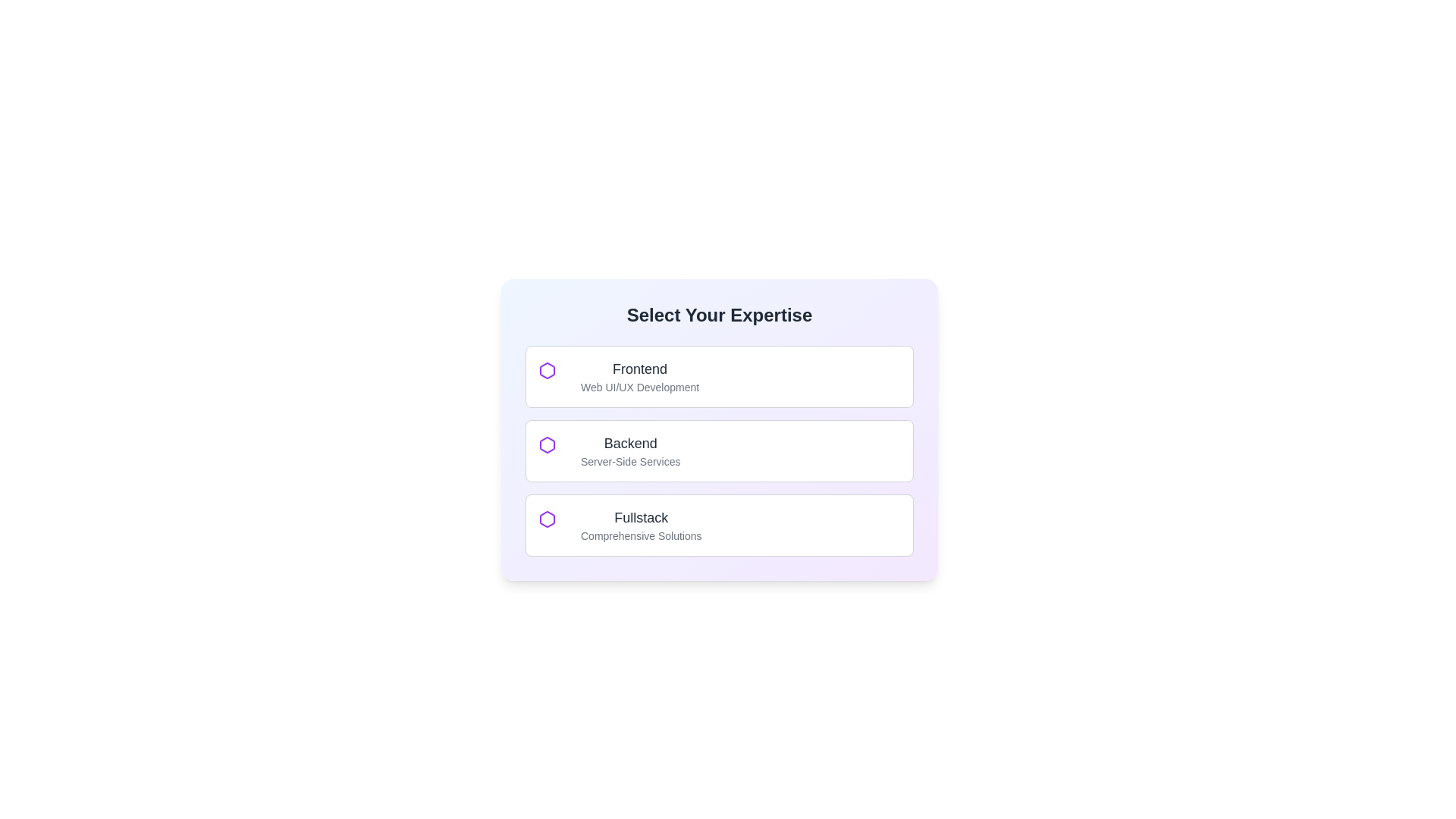 The image size is (1456, 819). I want to click on the purple hexagon icon at the left end of the 'Fullstack' option in the 'Select Your Expertise' section, so click(552, 525).